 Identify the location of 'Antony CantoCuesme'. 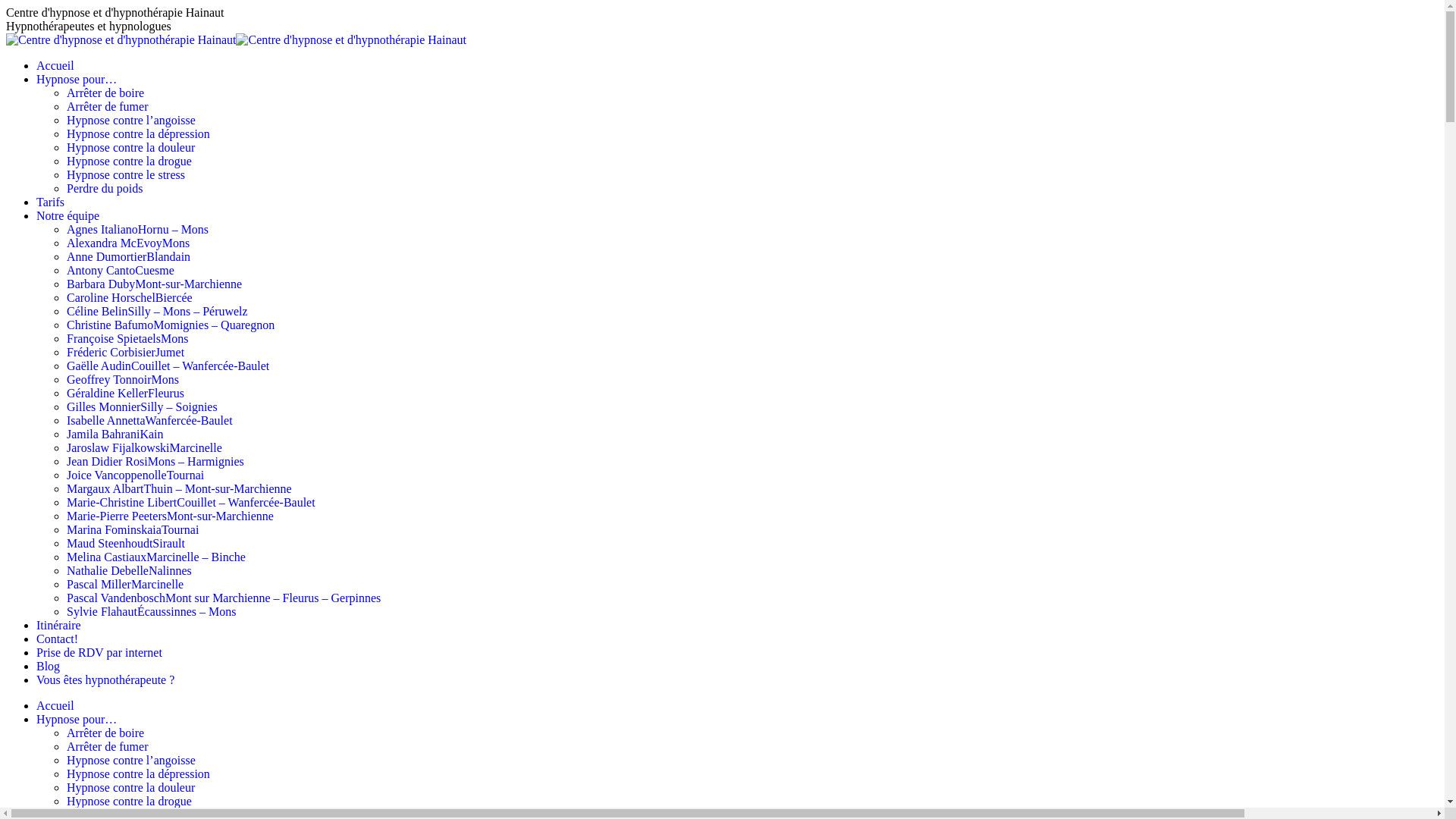
(119, 269).